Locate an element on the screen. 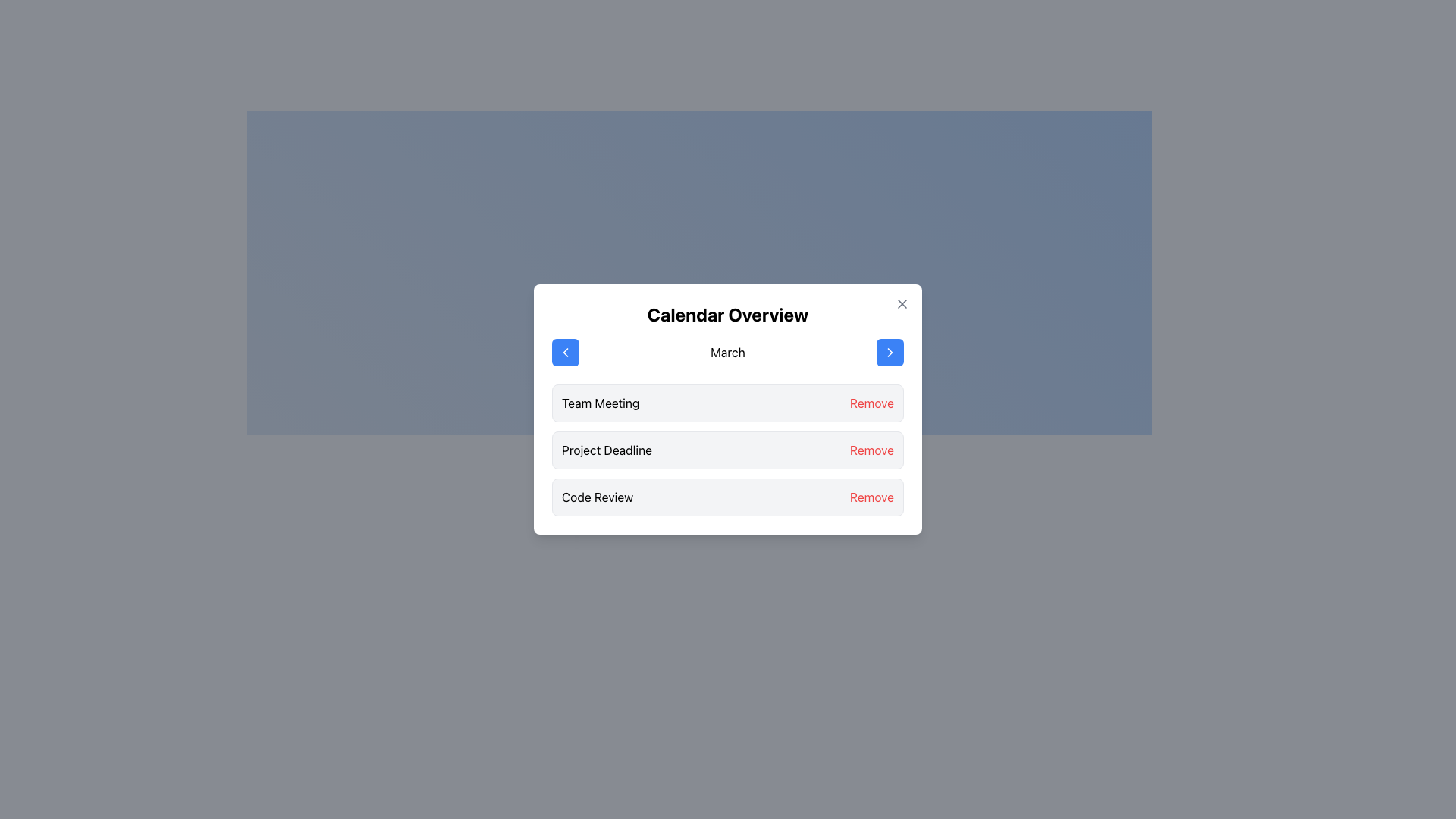 Image resolution: width=1456 pixels, height=819 pixels. the static text label indicating the current month in the calendar interface, located centrally below the 'Calendar Overview' header is located at coordinates (728, 353).